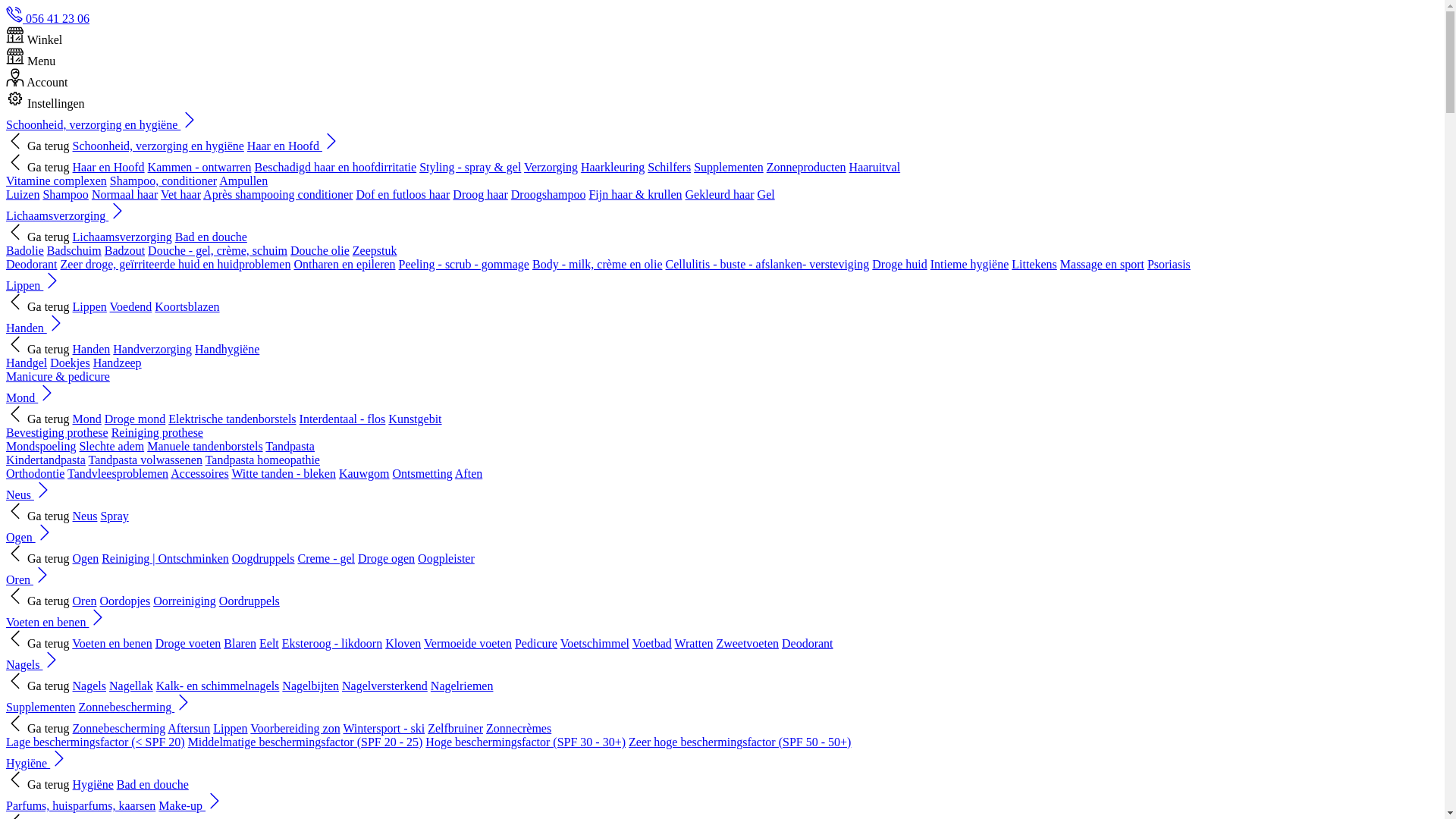 This screenshot has height=819, width=1456. I want to click on 'Lichaamsverzorging', so click(65, 215).